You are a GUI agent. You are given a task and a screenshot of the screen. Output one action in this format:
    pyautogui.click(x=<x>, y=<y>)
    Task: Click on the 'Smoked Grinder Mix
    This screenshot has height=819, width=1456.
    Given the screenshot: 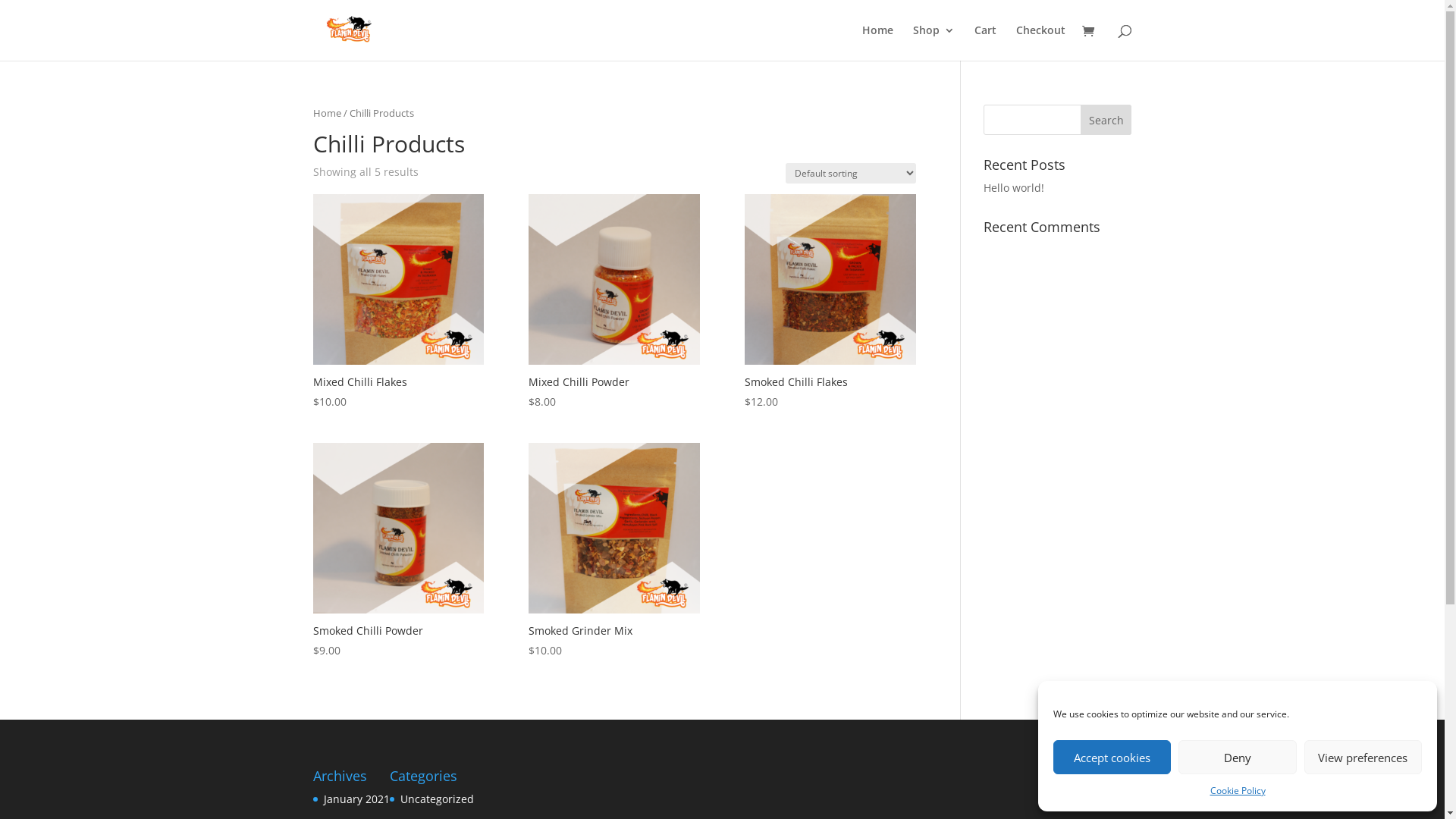 What is the action you would take?
    pyautogui.click(x=613, y=551)
    